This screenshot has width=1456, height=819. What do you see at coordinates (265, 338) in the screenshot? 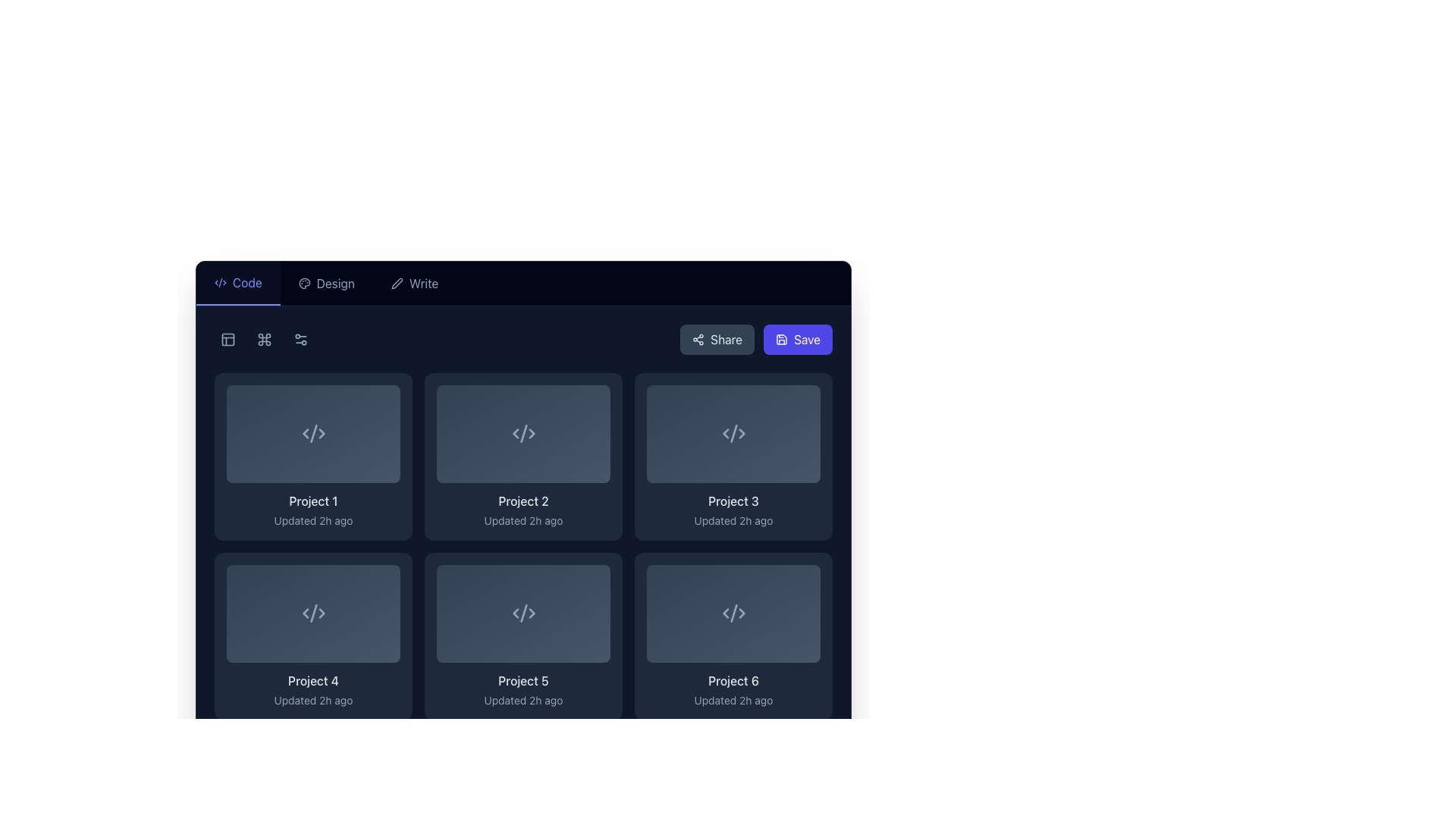
I see `the second button in the top-left section of the interface` at bounding box center [265, 338].